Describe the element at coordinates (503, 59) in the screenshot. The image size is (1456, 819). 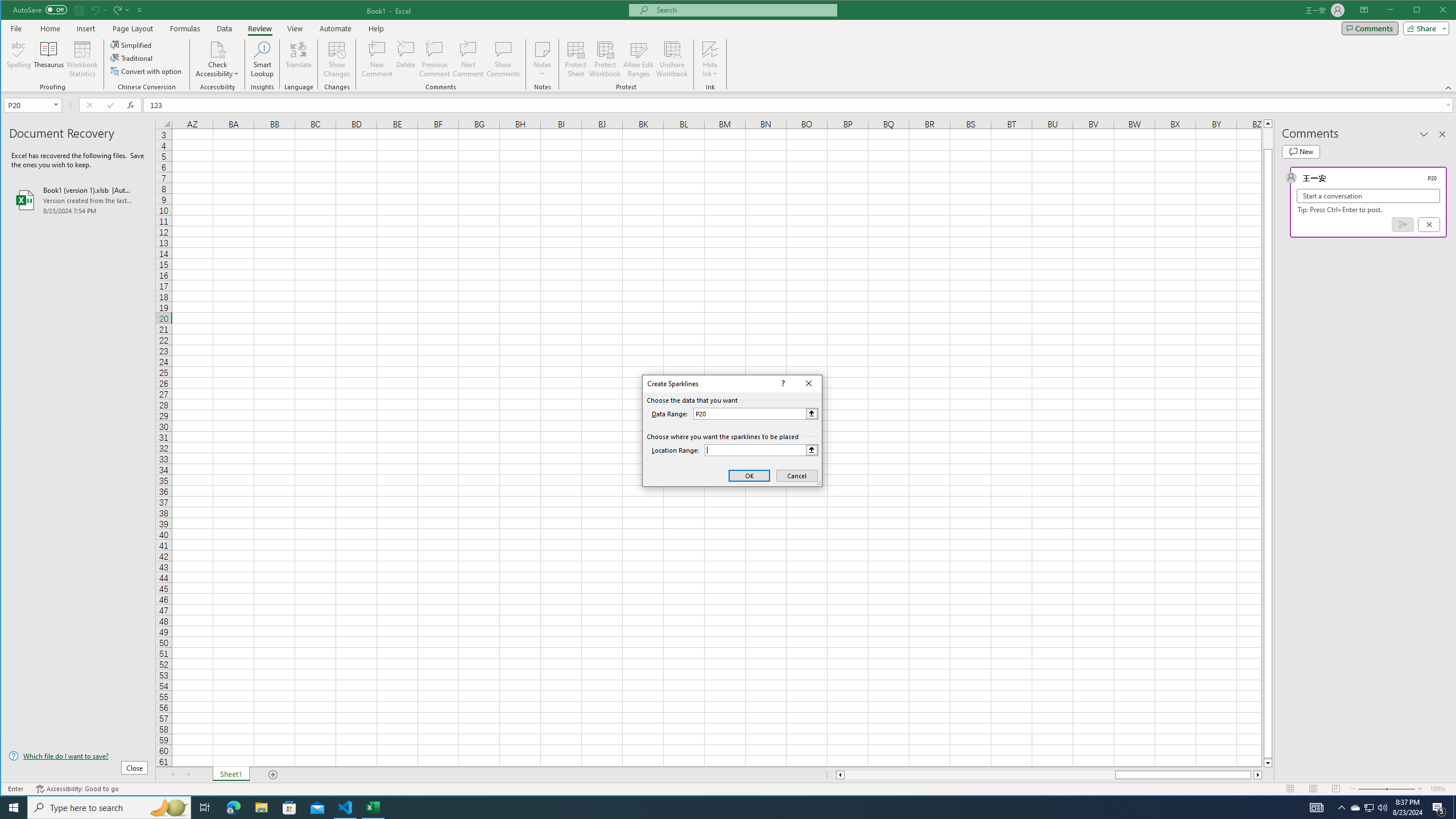
I see `'Show Comments'` at that location.